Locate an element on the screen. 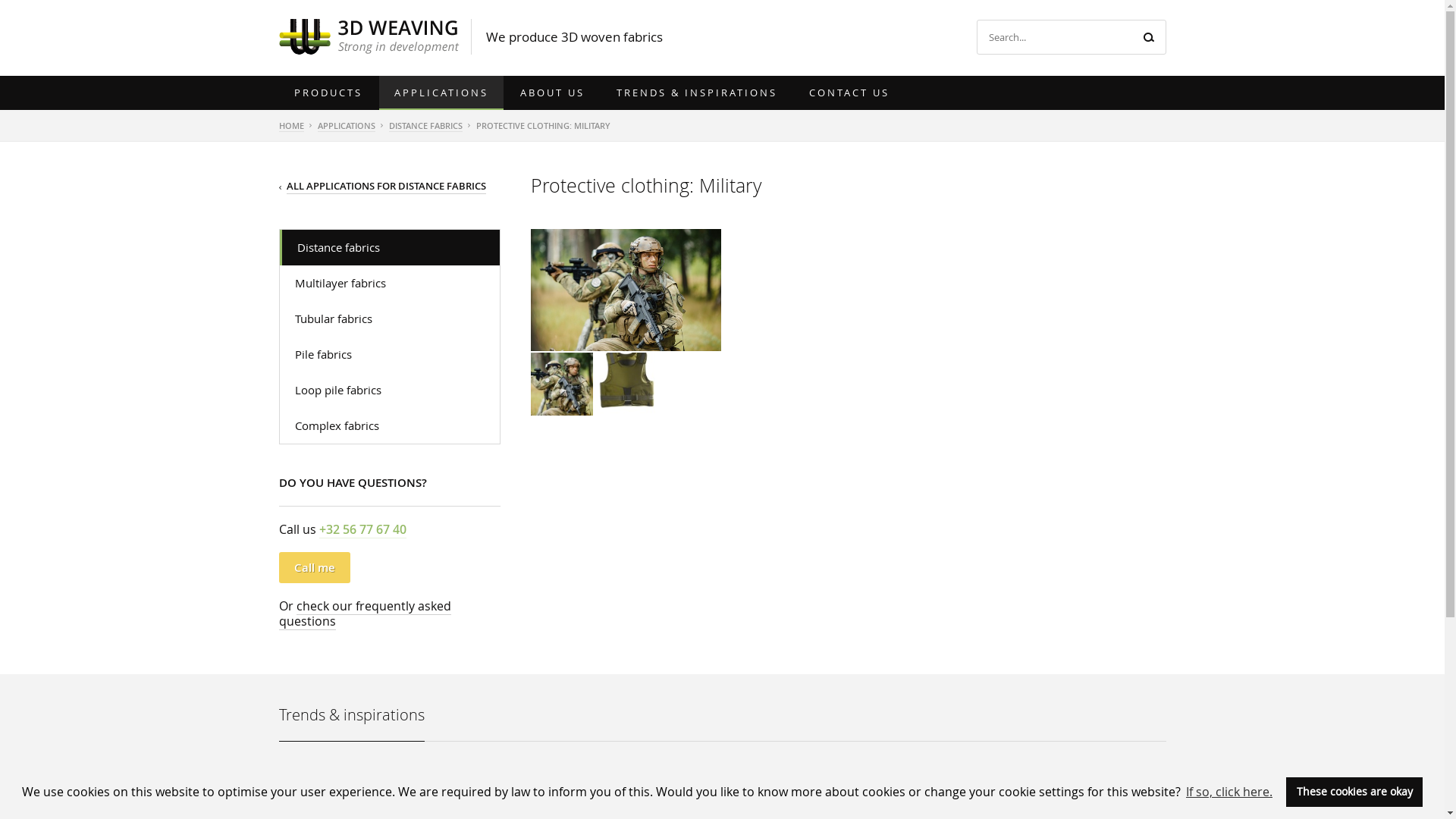  'ABOUT US' is located at coordinates (551, 93).